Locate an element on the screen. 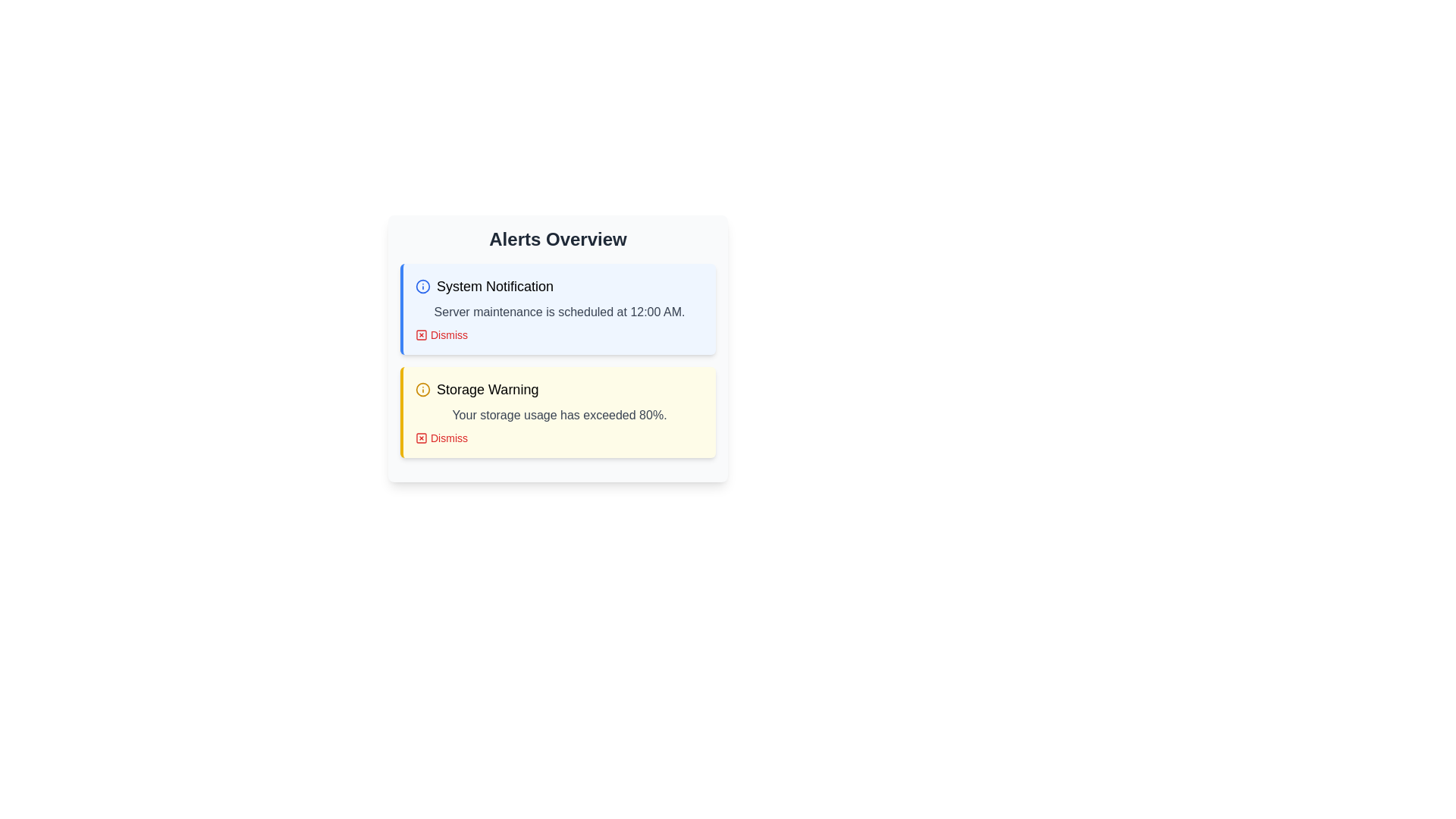  the dismiss button styled as a graphical icon located to the left of the 'Dismiss' text in the red notification panel labeled 'Storage Warning' is located at coordinates (422, 438).